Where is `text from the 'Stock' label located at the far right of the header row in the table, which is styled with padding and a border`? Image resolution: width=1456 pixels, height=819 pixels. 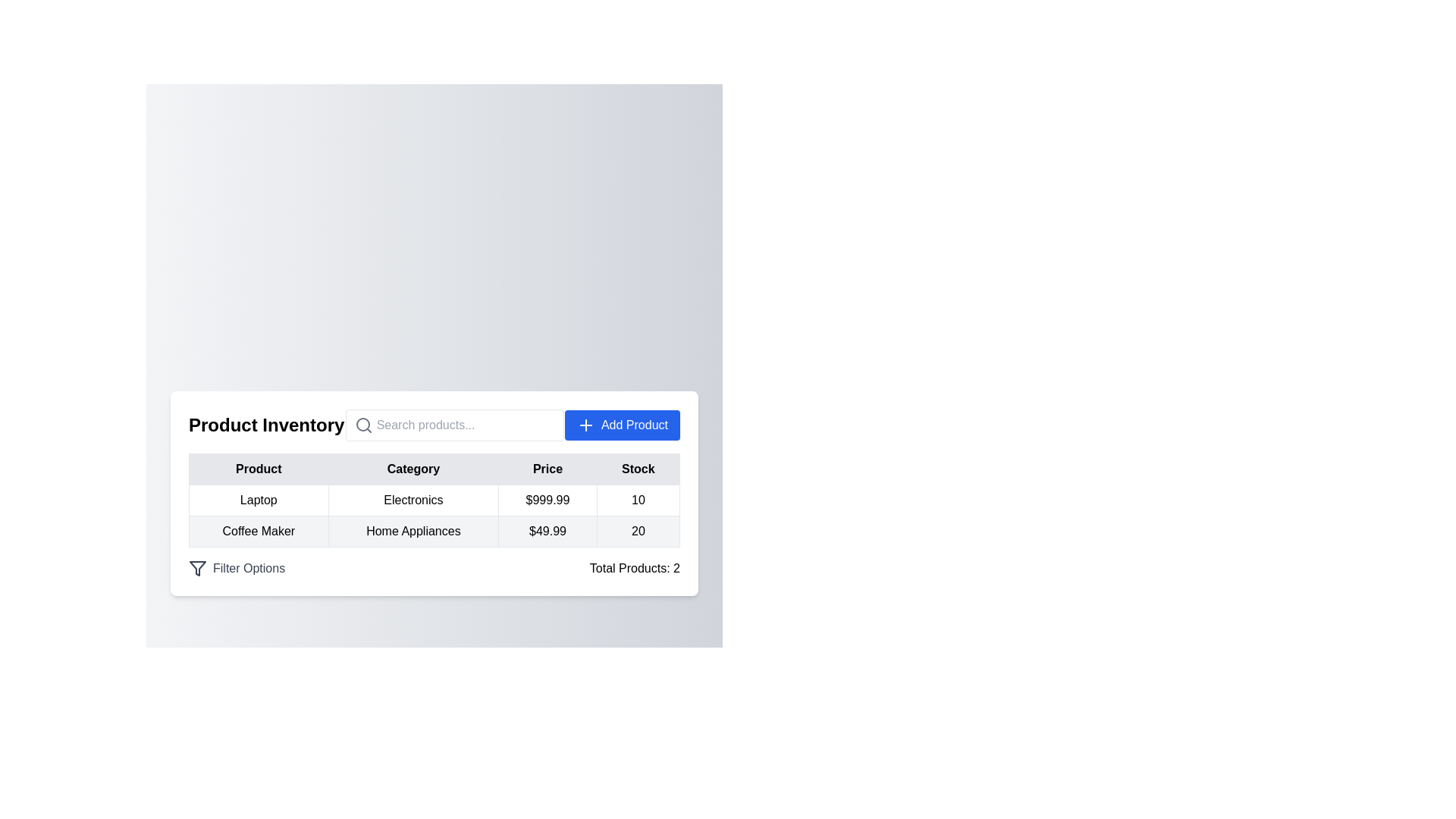
text from the 'Stock' label located at the far right of the header row in the table, which is styled with padding and a border is located at coordinates (638, 468).